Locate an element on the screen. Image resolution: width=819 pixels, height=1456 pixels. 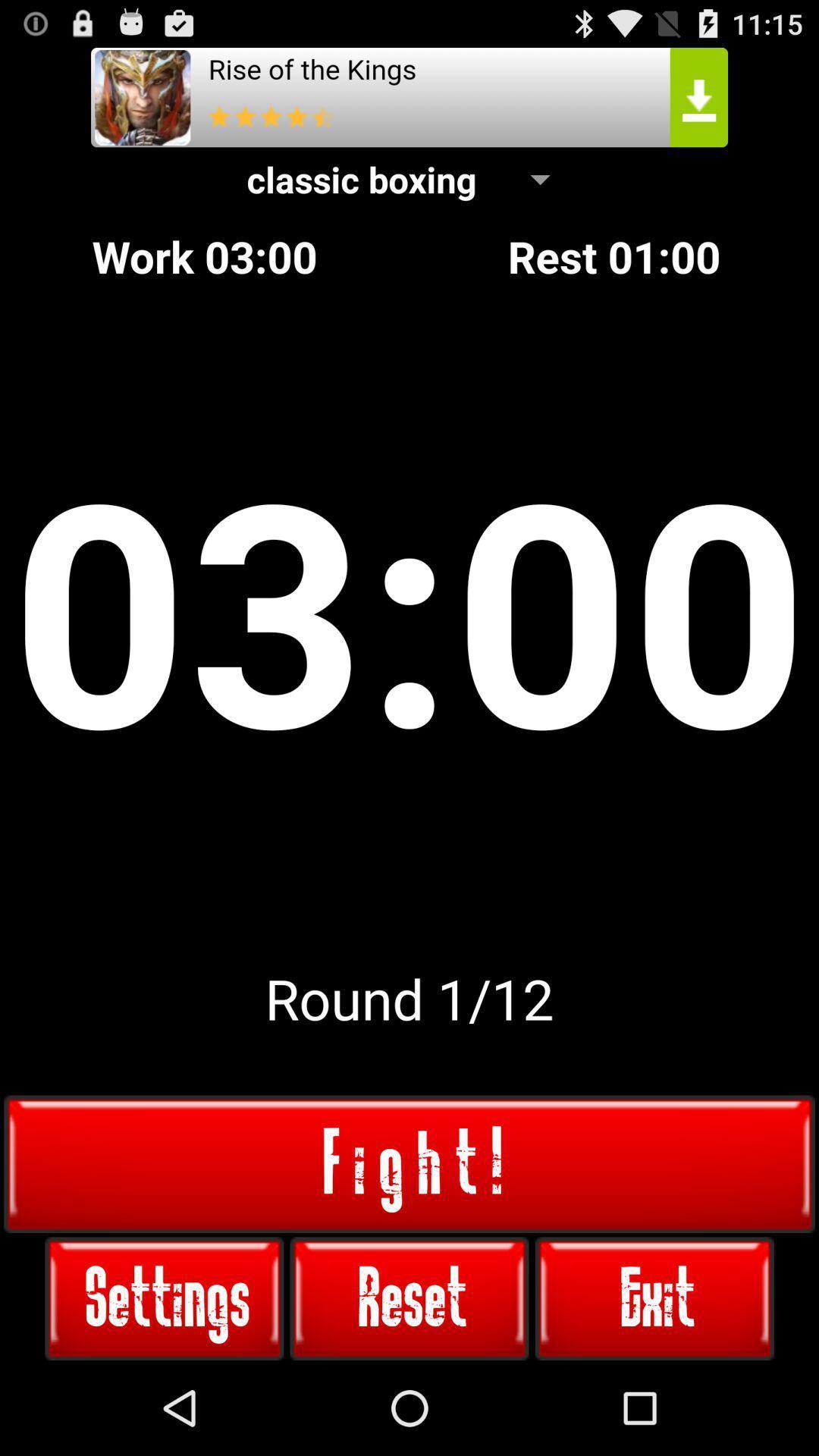
open advertisement is located at coordinates (409, 96).